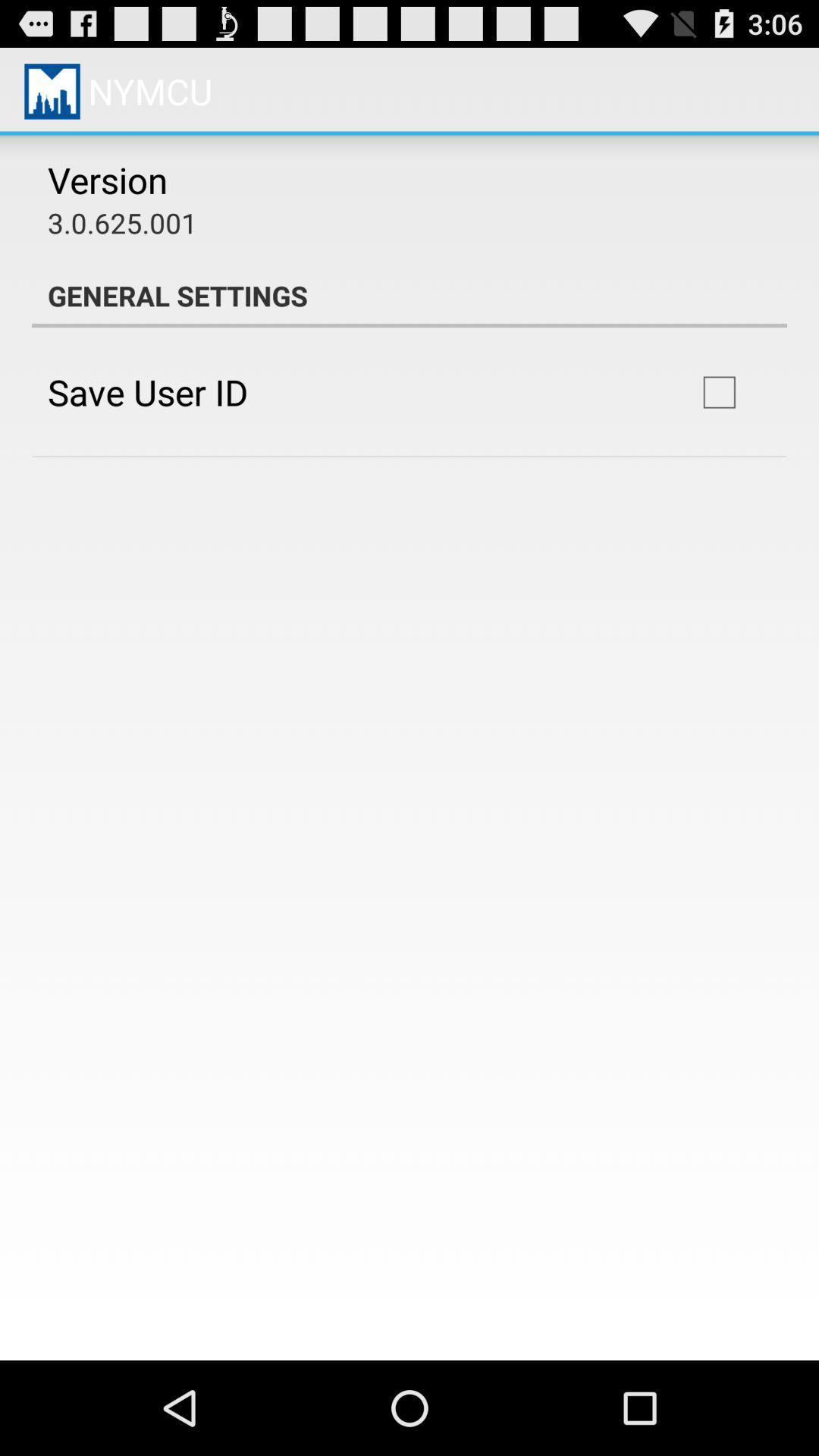  Describe the element at coordinates (107, 180) in the screenshot. I see `app above 3 0 625 app` at that location.